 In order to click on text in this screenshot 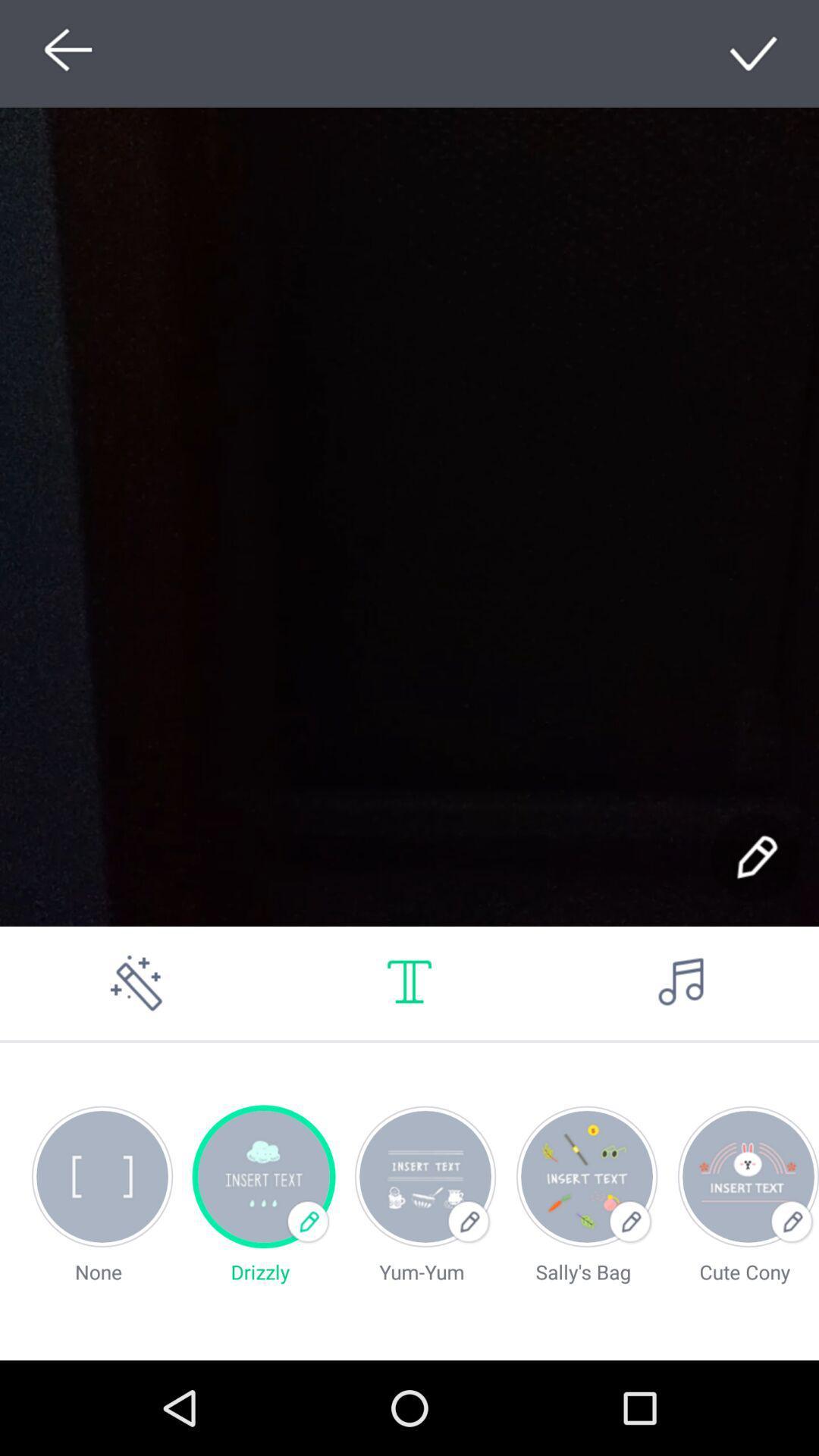, I will do `click(409, 983)`.